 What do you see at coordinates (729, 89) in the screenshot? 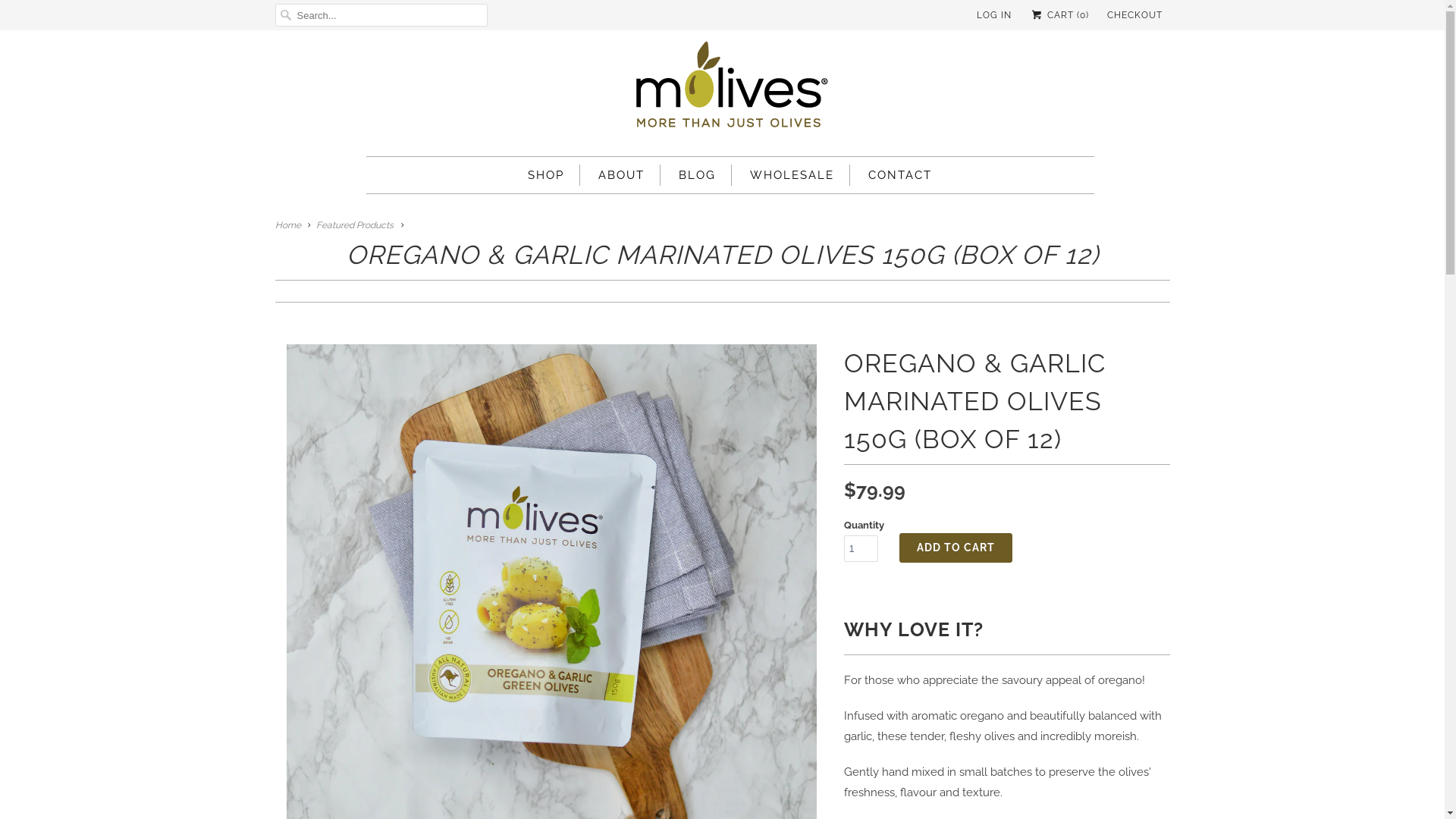
I see `'Molives'` at bounding box center [729, 89].